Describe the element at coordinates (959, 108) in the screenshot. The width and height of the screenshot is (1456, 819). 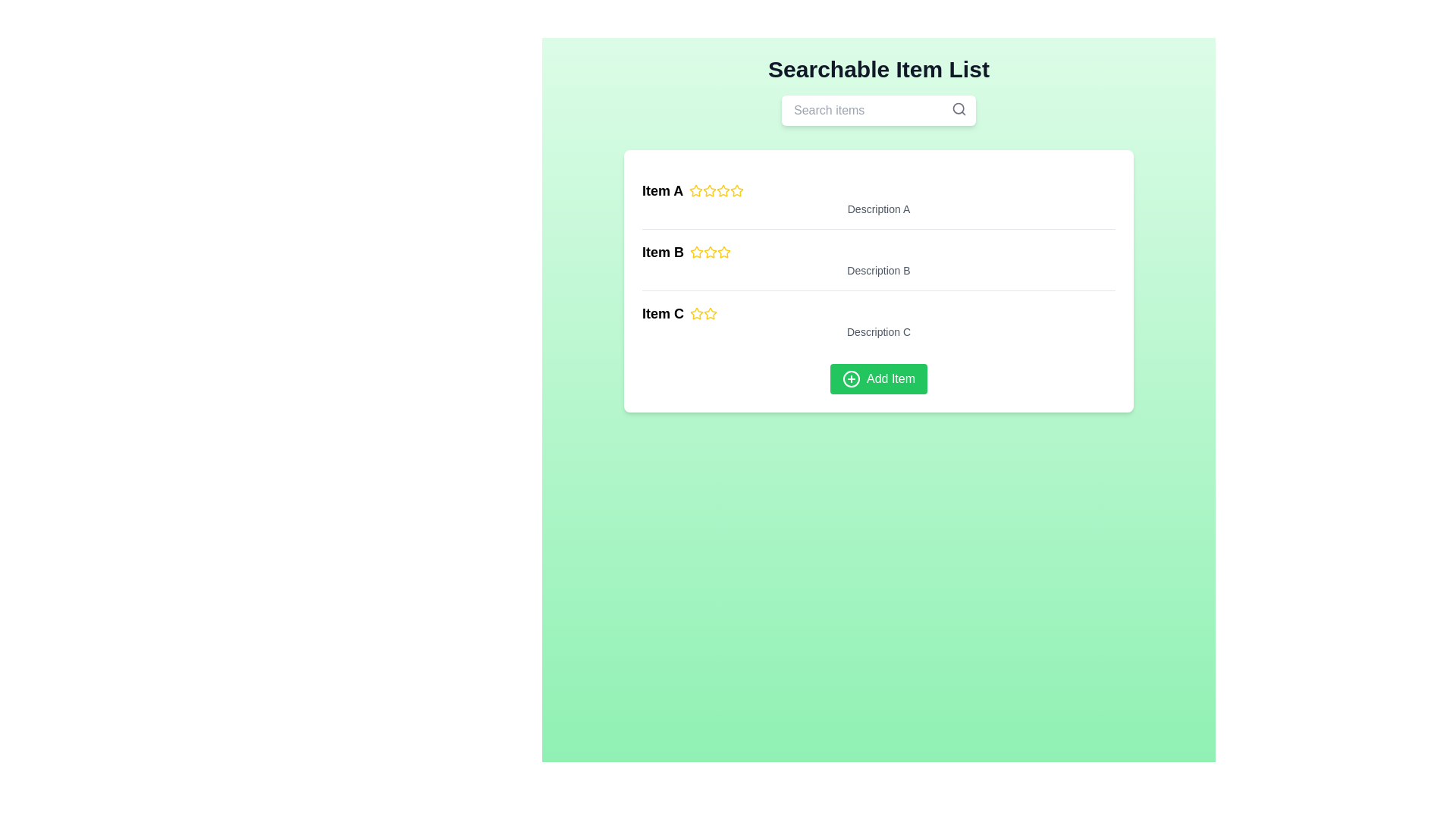
I see `the search icon button located at the top-right corner of the search input field` at that location.